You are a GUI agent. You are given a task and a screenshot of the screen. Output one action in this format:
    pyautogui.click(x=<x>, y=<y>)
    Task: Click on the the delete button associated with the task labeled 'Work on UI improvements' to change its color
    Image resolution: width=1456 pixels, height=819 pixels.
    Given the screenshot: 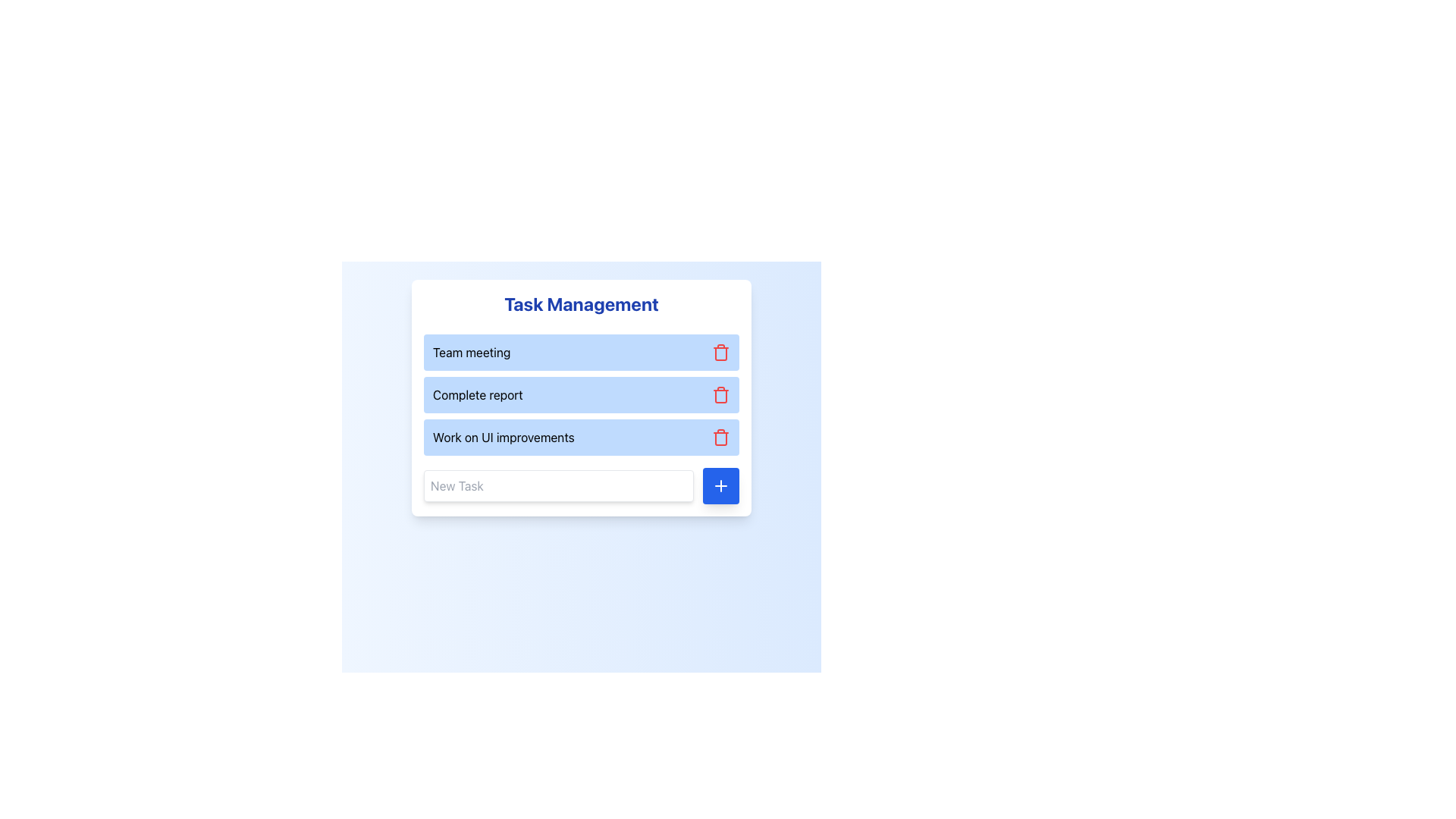 What is the action you would take?
    pyautogui.click(x=720, y=438)
    